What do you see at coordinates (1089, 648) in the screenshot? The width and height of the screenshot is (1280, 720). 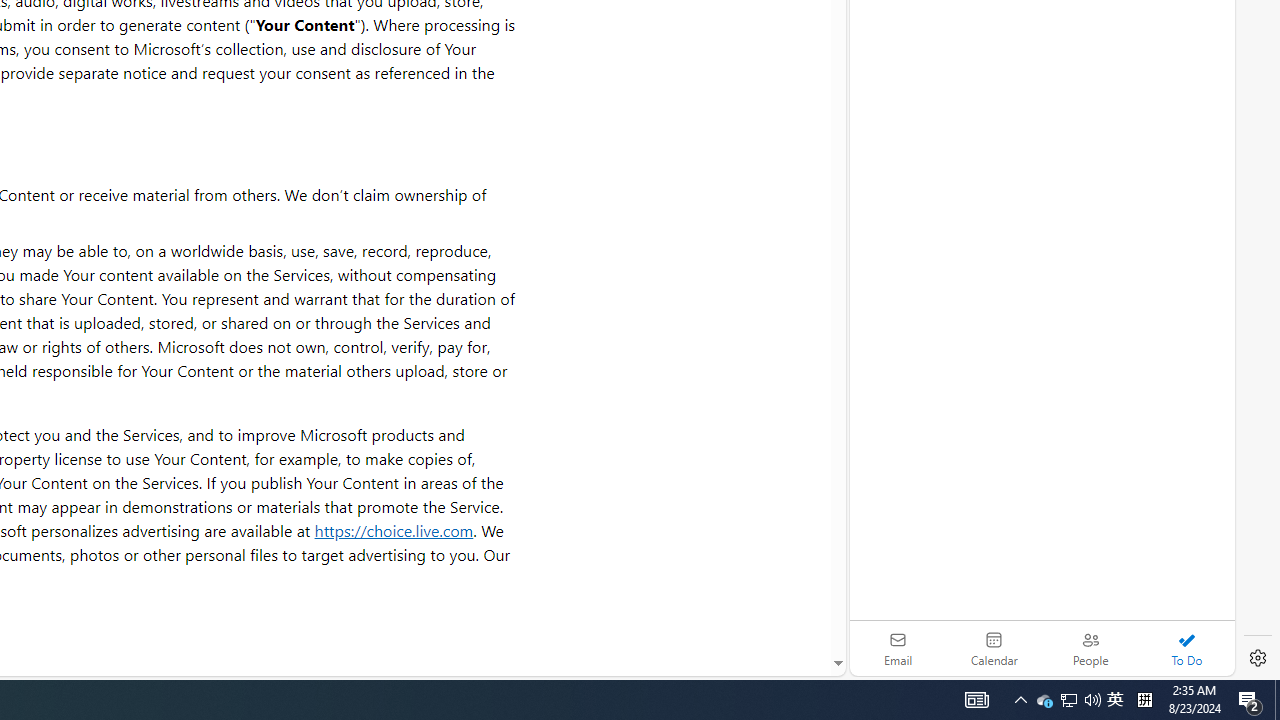 I see `'People'` at bounding box center [1089, 648].